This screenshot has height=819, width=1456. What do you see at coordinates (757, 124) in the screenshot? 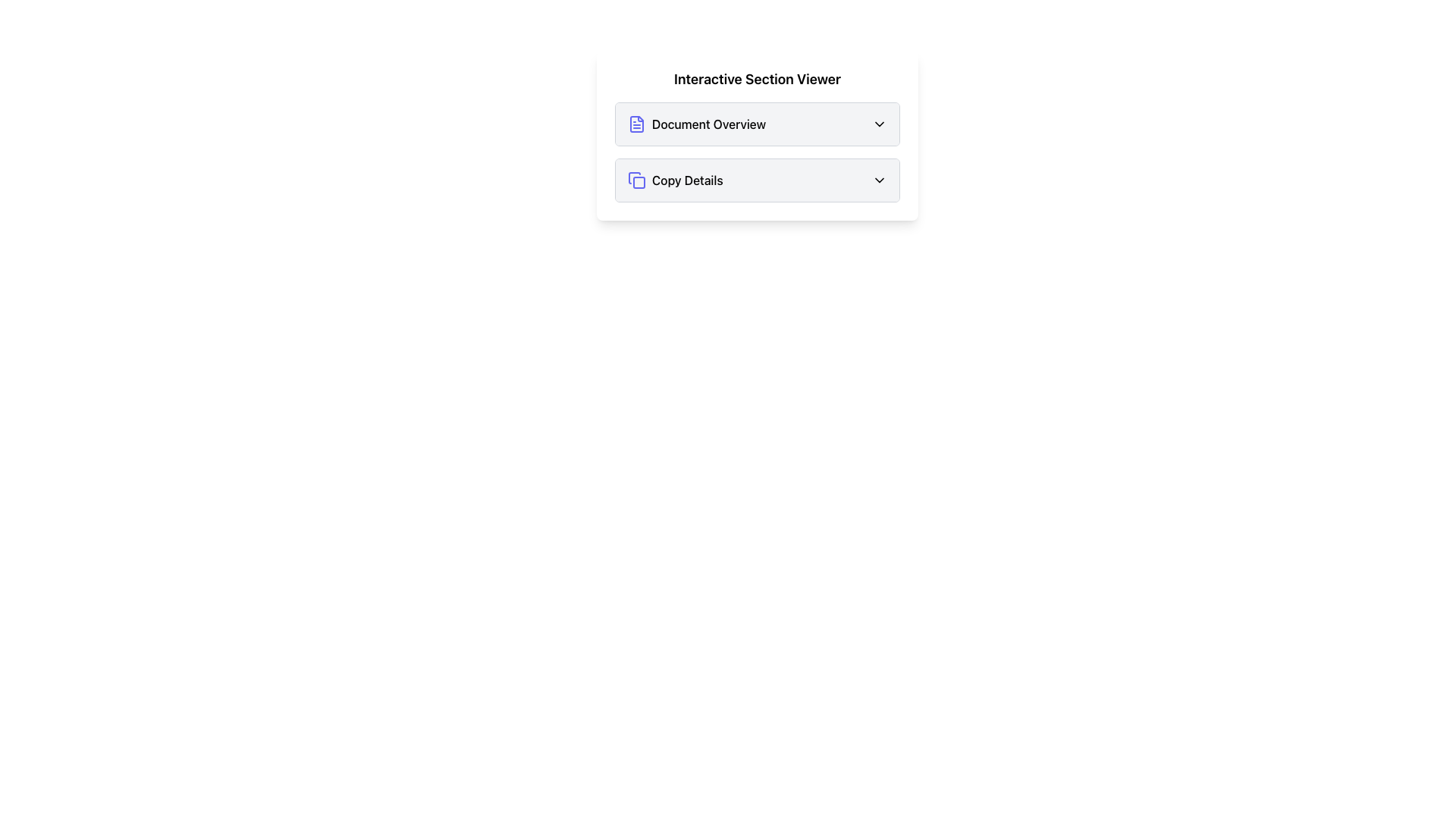
I see `the Collapsible Section Header` at bounding box center [757, 124].